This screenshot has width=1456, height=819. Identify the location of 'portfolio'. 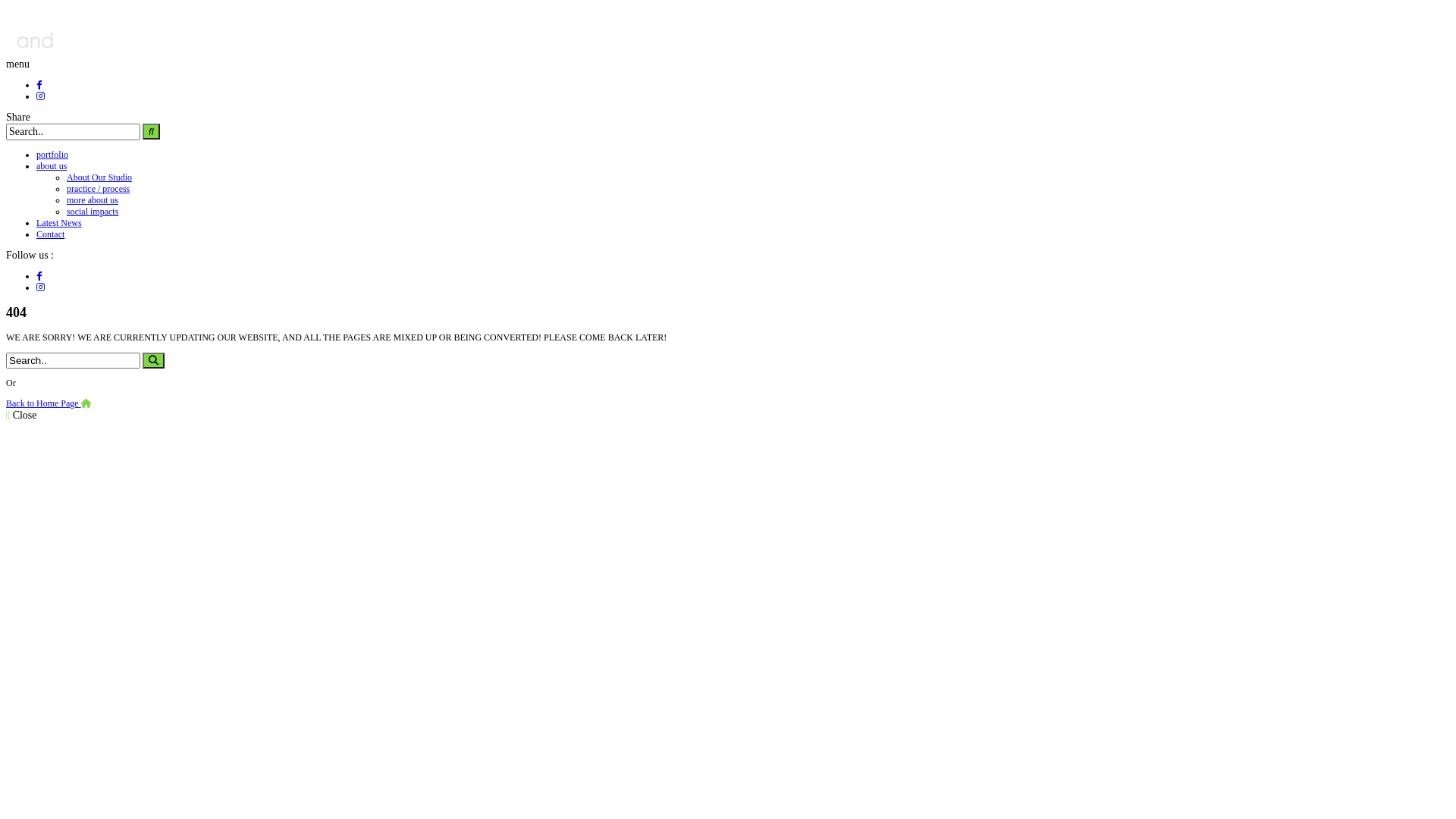
(52, 155).